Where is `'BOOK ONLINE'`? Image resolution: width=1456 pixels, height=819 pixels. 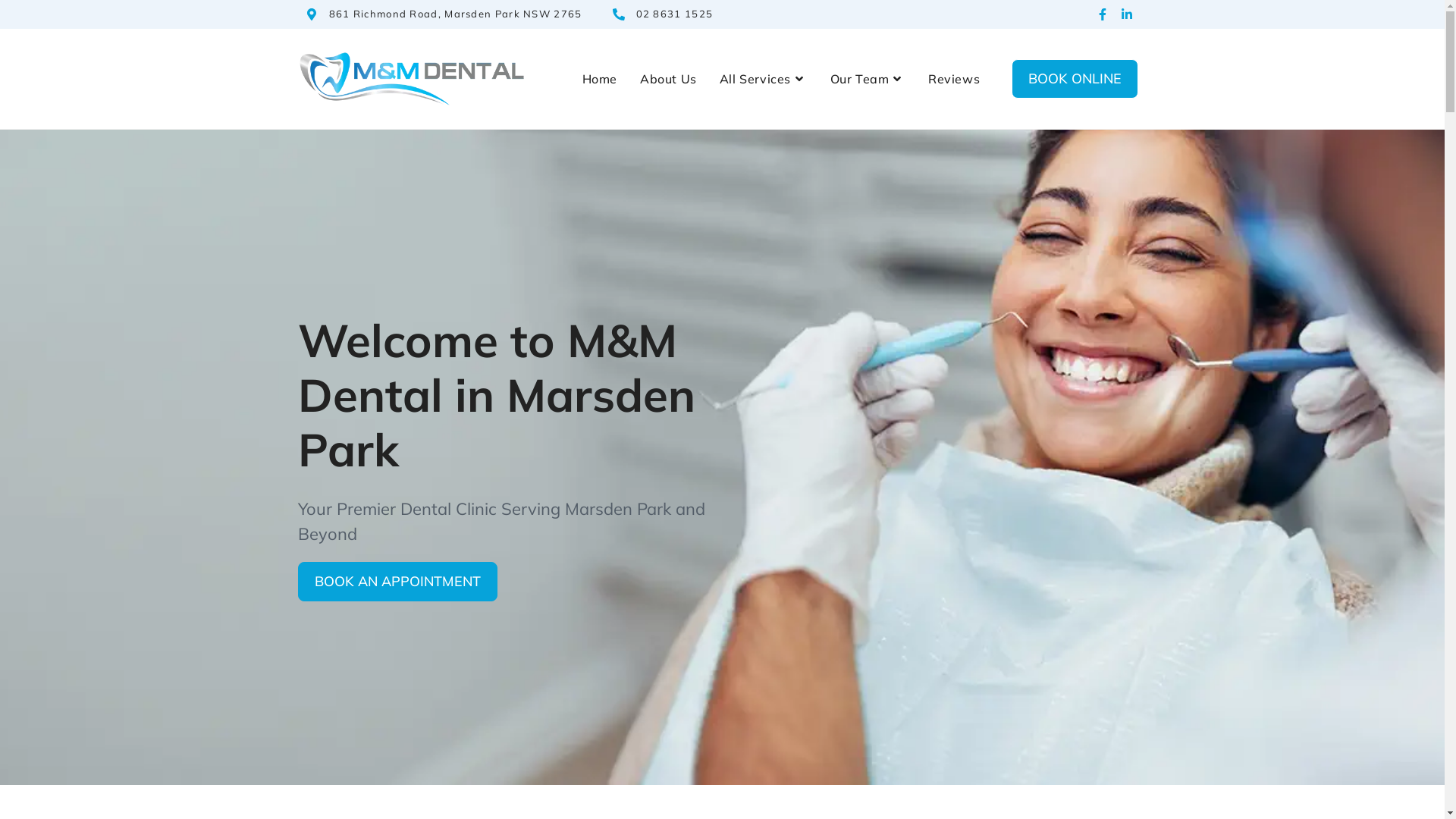
'BOOK ONLINE' is located at coordinates (1074, 79).